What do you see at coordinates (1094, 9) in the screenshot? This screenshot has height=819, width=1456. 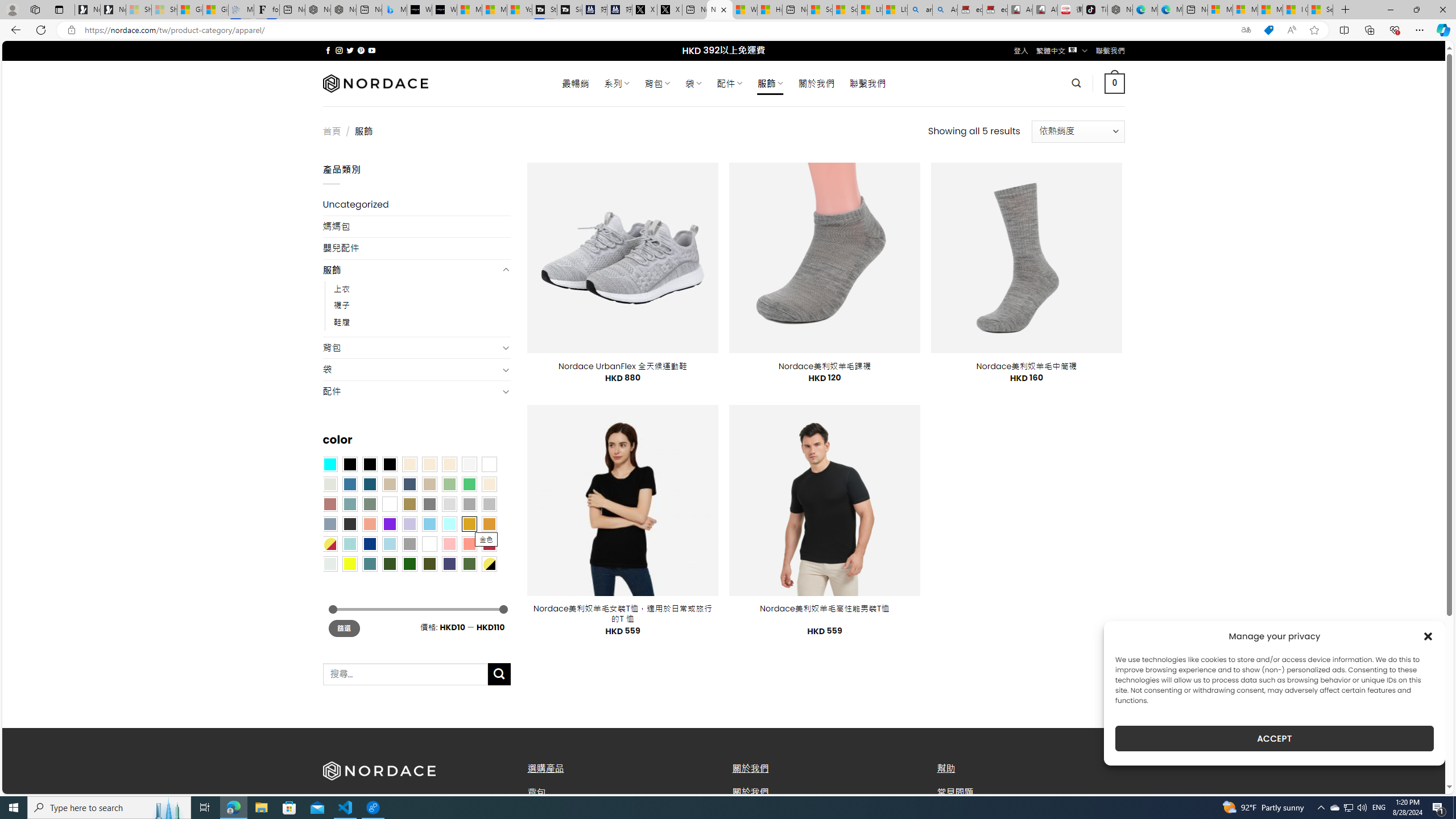 I see `'TikTok'` at bounding box center [1094, 9].